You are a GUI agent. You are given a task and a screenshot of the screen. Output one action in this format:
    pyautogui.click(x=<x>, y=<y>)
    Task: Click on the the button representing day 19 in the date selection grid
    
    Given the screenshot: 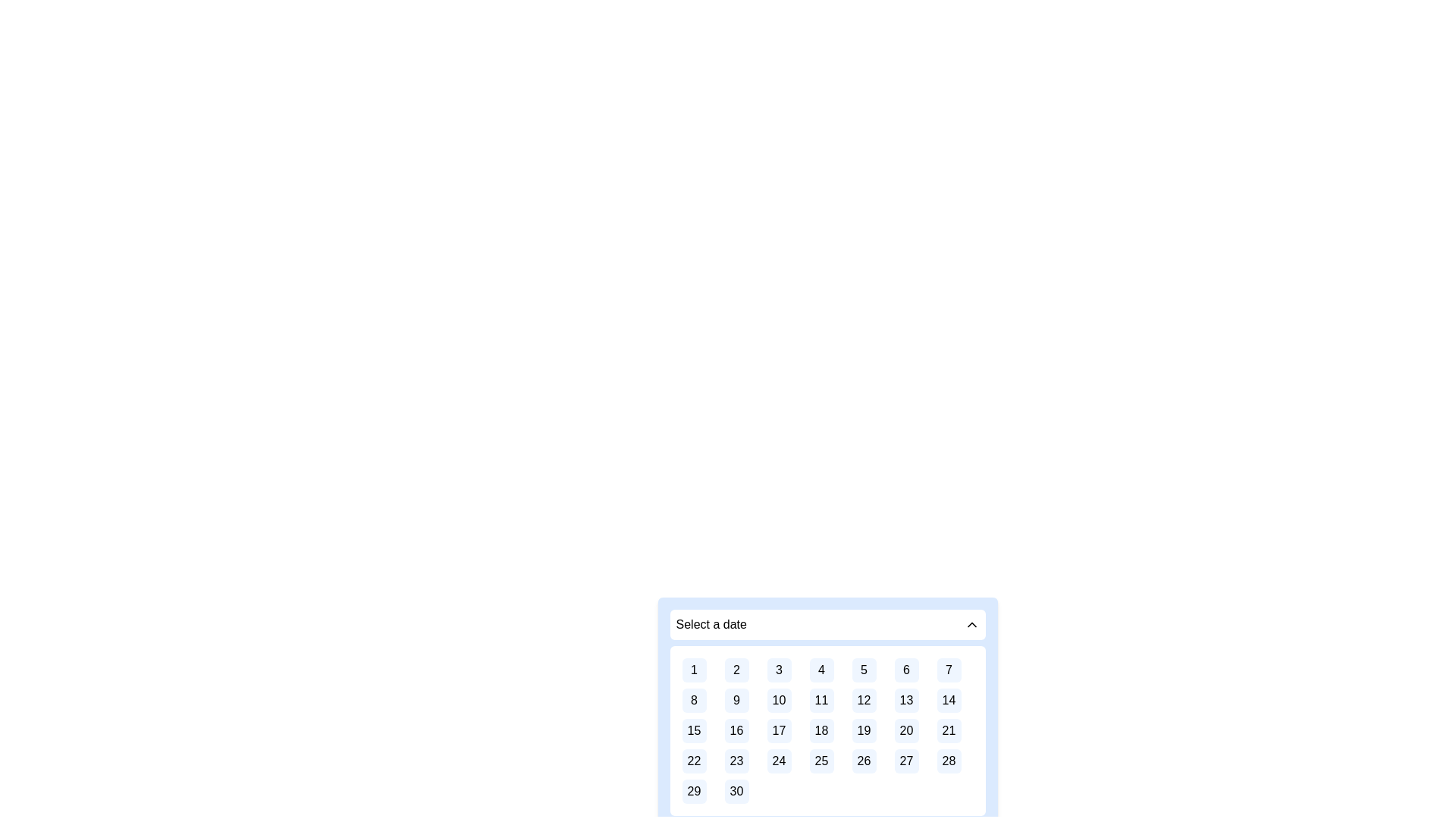 What is the action you would take?
    pyautogui.click(x=864, y=730)
    